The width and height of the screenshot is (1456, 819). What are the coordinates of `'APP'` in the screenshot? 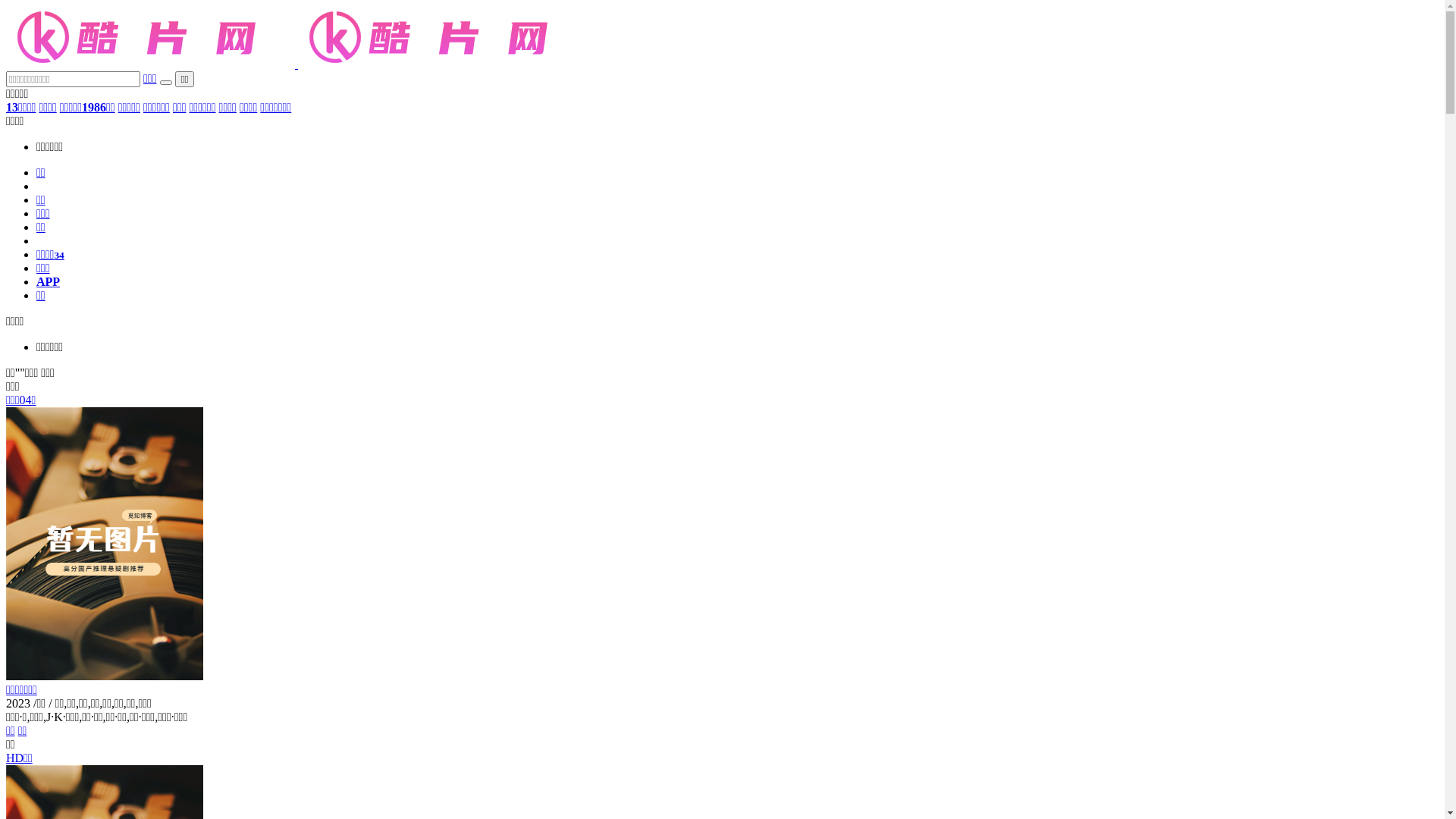 It's located at (48, 281).